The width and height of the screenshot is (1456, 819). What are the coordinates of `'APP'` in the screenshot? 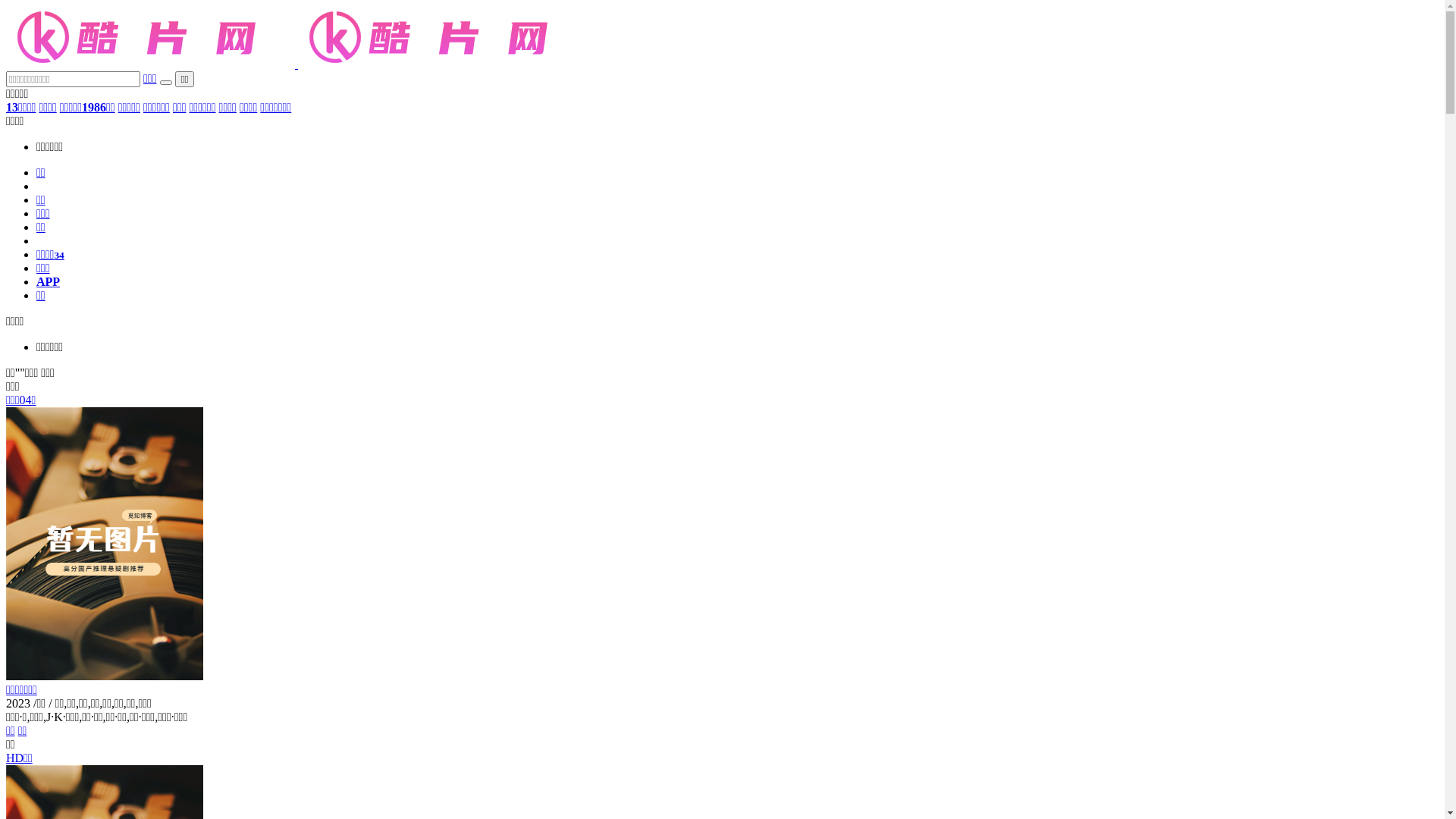 It's located at (48, 281).